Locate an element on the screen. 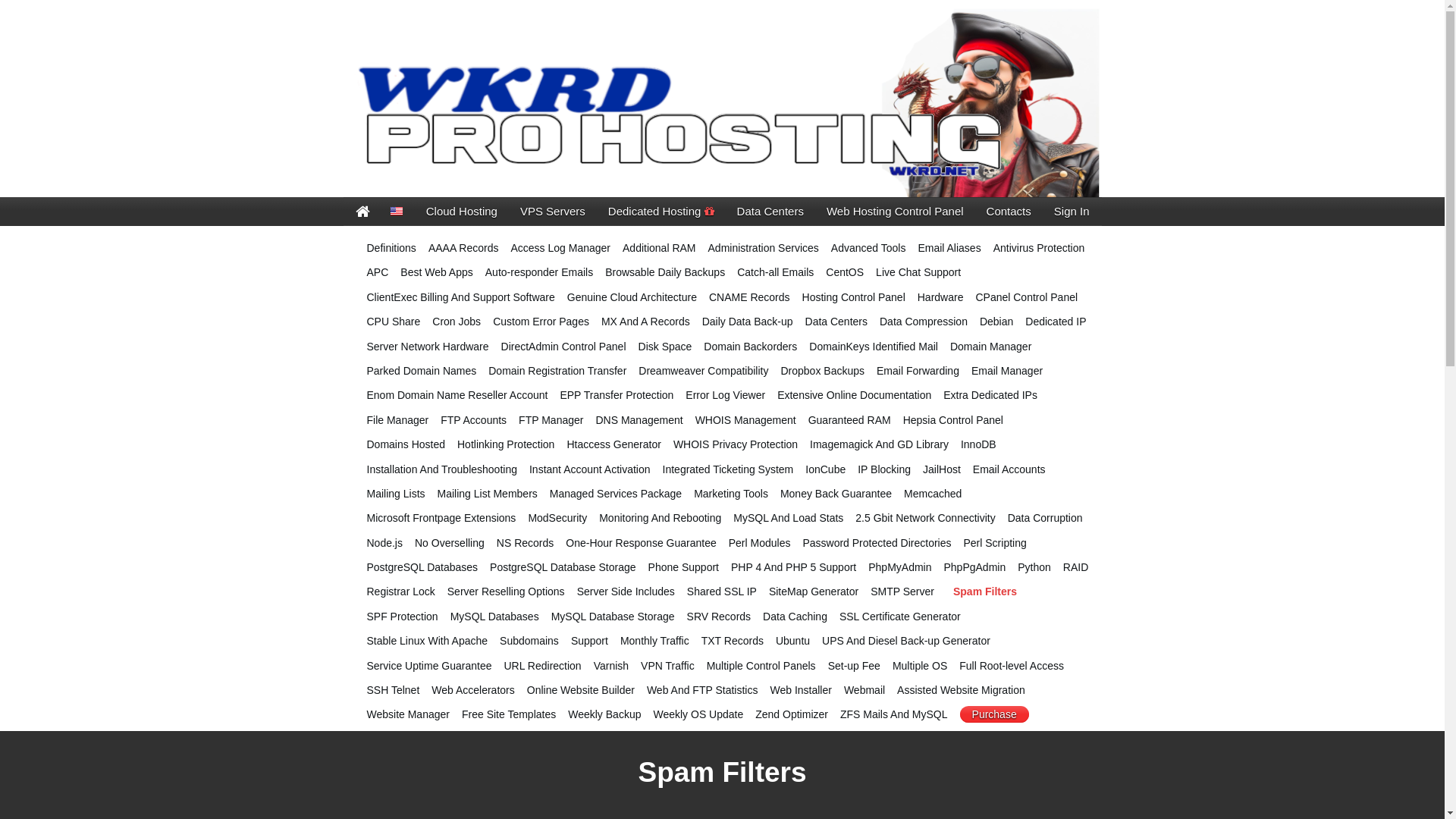  'Htaccess Generator' is located at coordinates (613, 444).